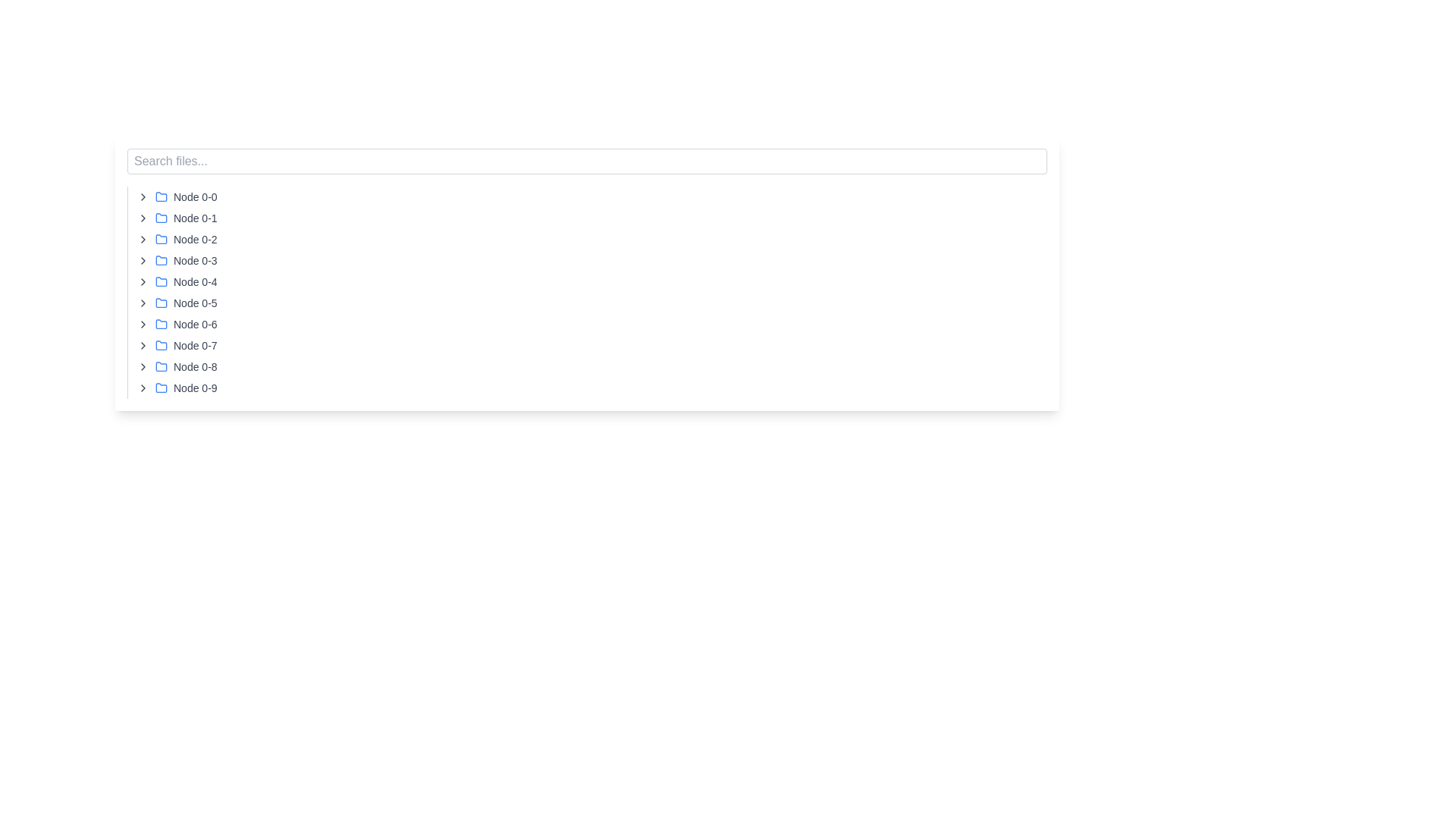 The image size is (1456, 819). What do you see at coordinates (161, 218) in the screenshot?
I see `the folder icon with a blue outline that represents 'Node 0-1', located between the chevron icon and the text label` at bounding box center [161, 218].